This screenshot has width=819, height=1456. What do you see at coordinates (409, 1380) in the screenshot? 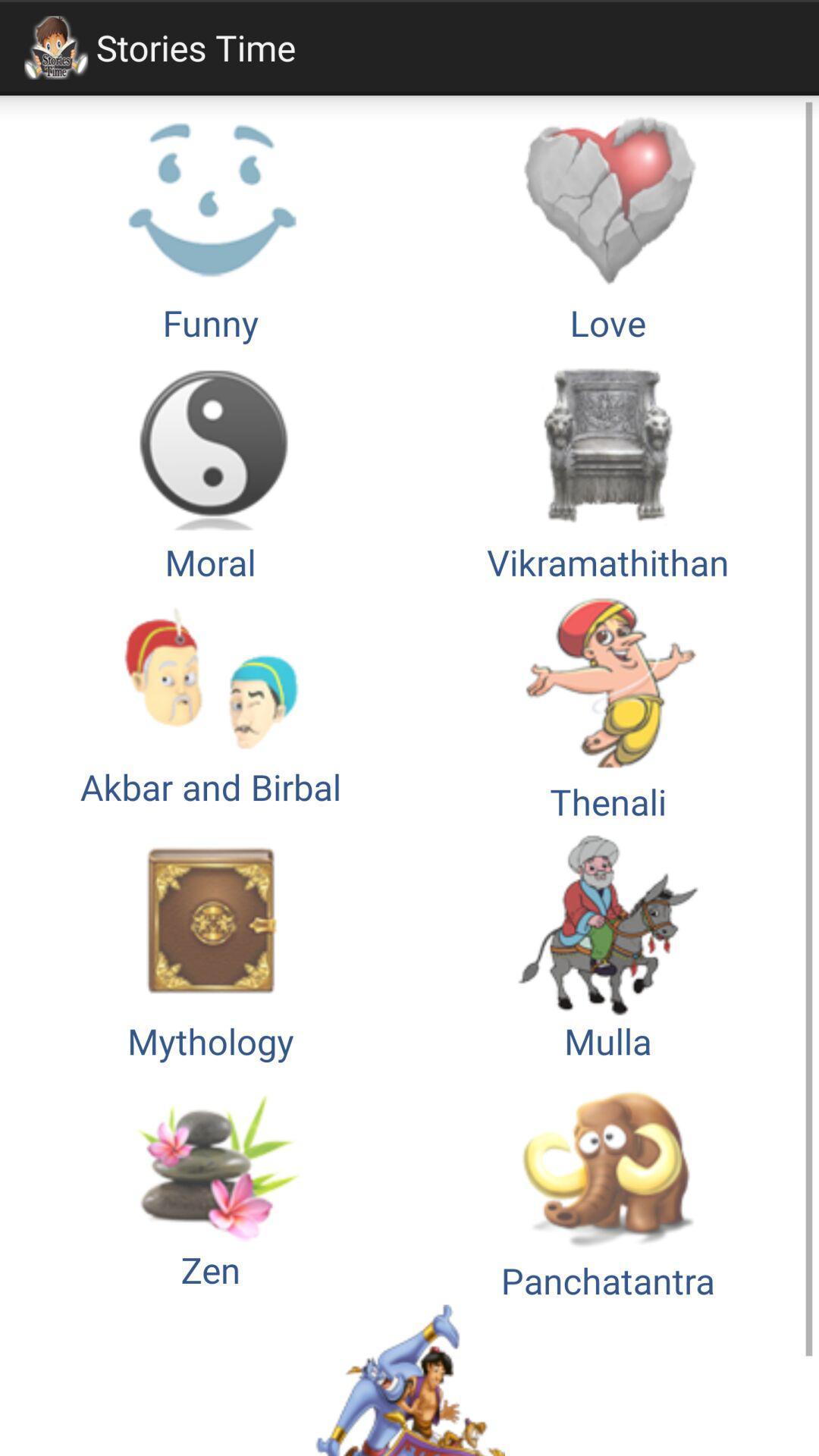
I see `the button at the bottom` at bounding box center [409, 1380].